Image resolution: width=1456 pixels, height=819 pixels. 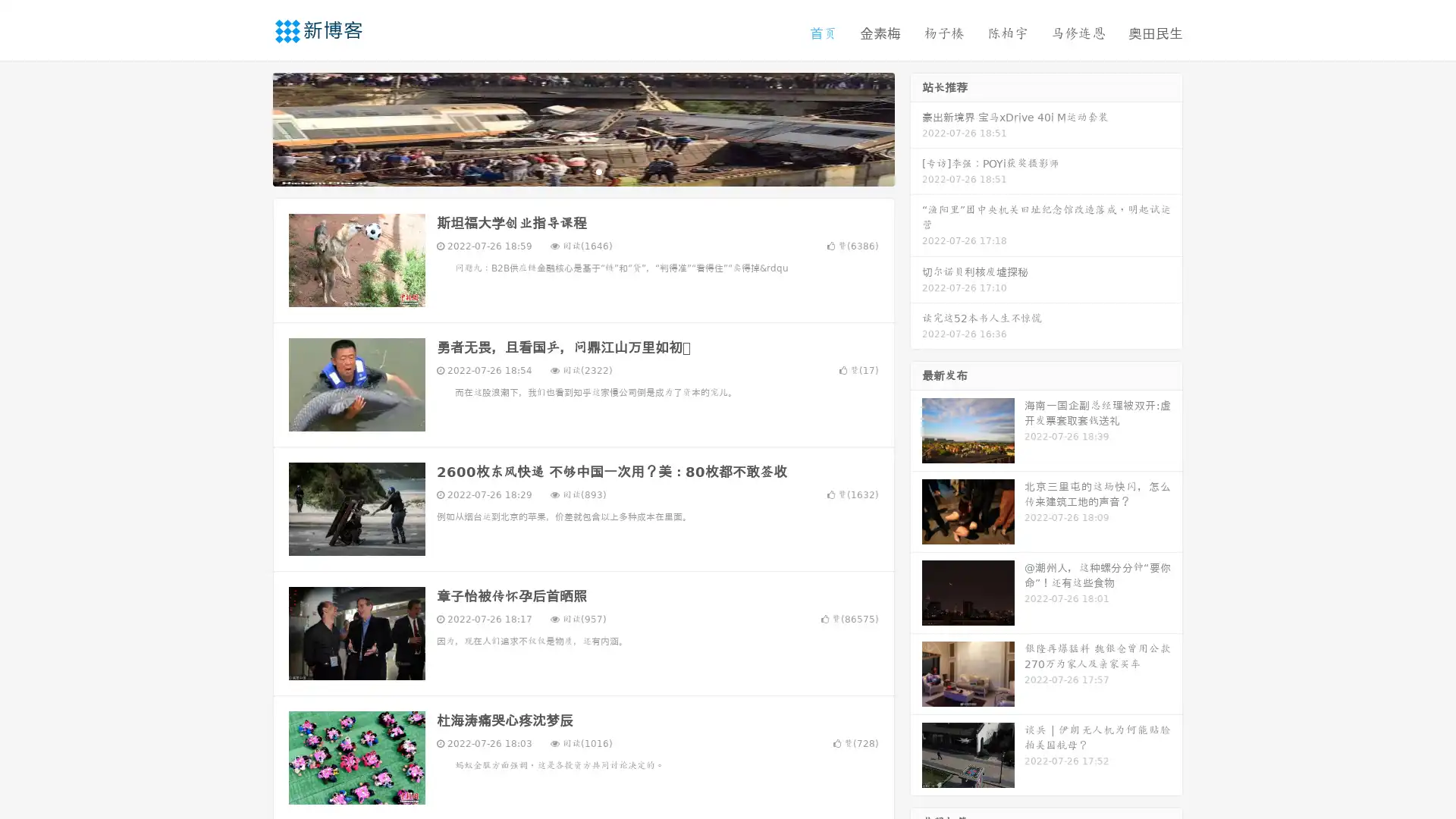 I want to click on Go to slide 2, so click(x=582, y=171).